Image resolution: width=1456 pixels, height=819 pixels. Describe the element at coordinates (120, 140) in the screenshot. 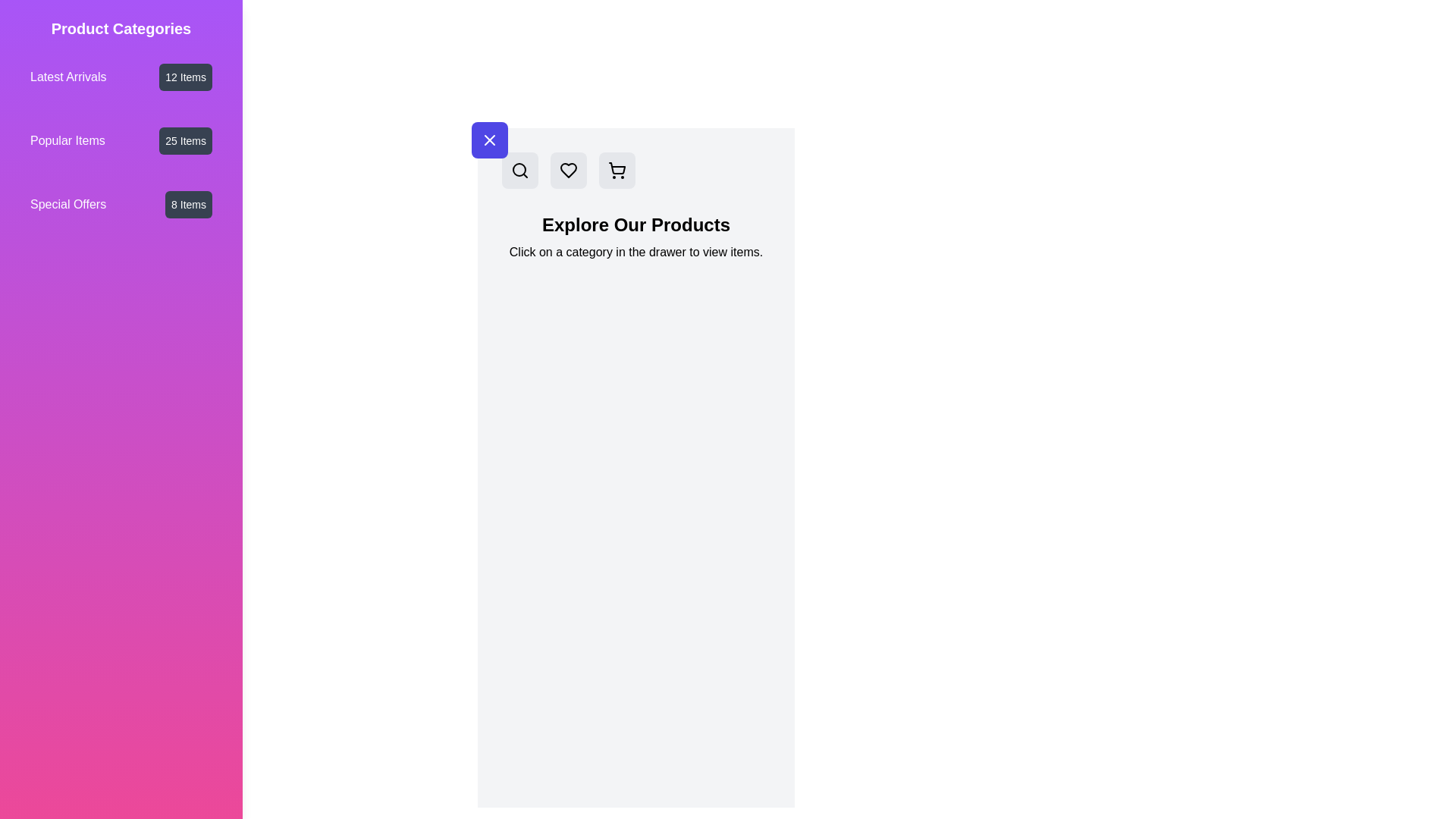

I see `the category item Popular Items` at that location.